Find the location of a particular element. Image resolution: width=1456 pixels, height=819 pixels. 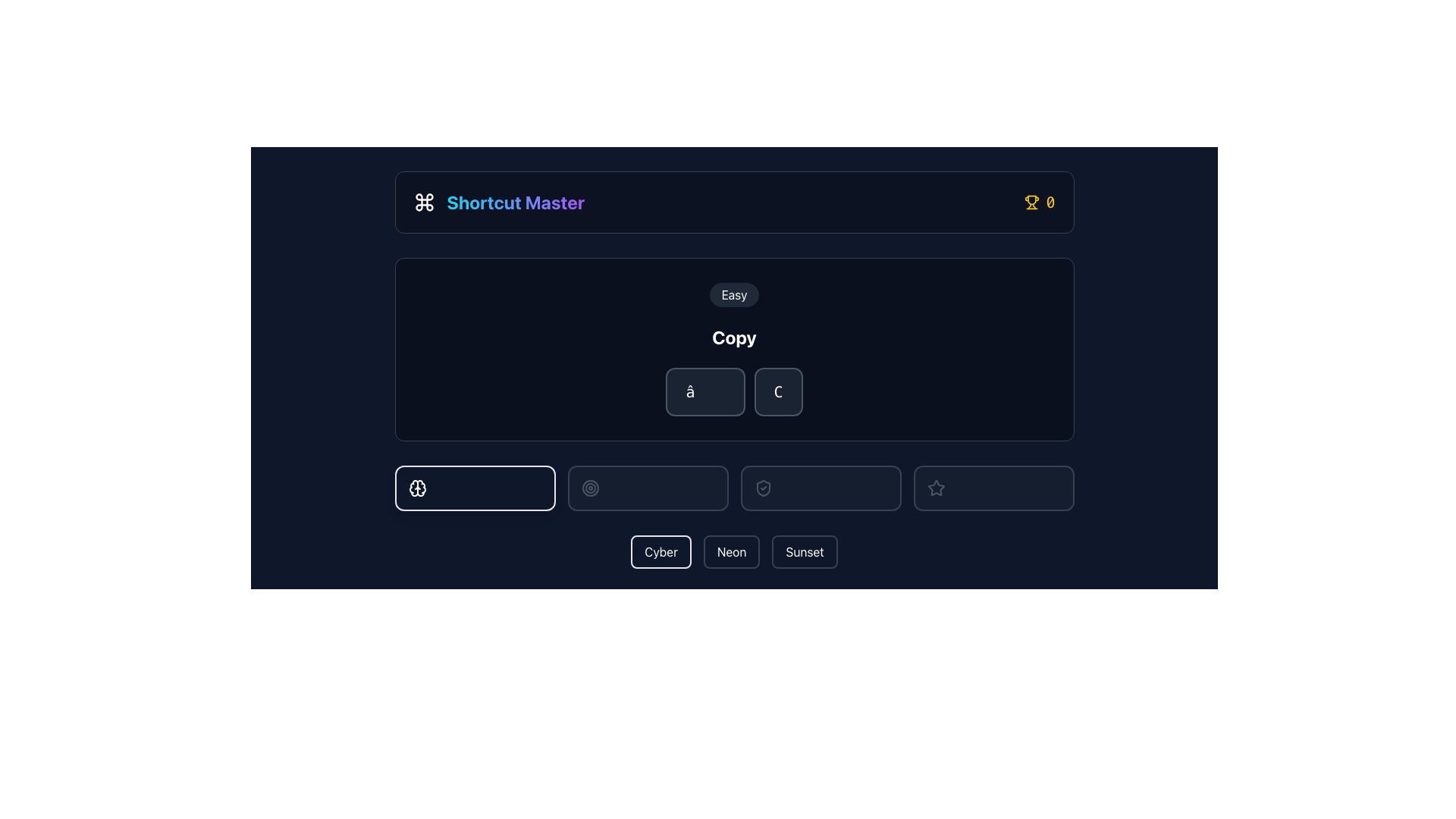

the centrally aligned label or tag indicating difficulty level, positioned above the 'Copy' text is located at coordinates (734, 295).